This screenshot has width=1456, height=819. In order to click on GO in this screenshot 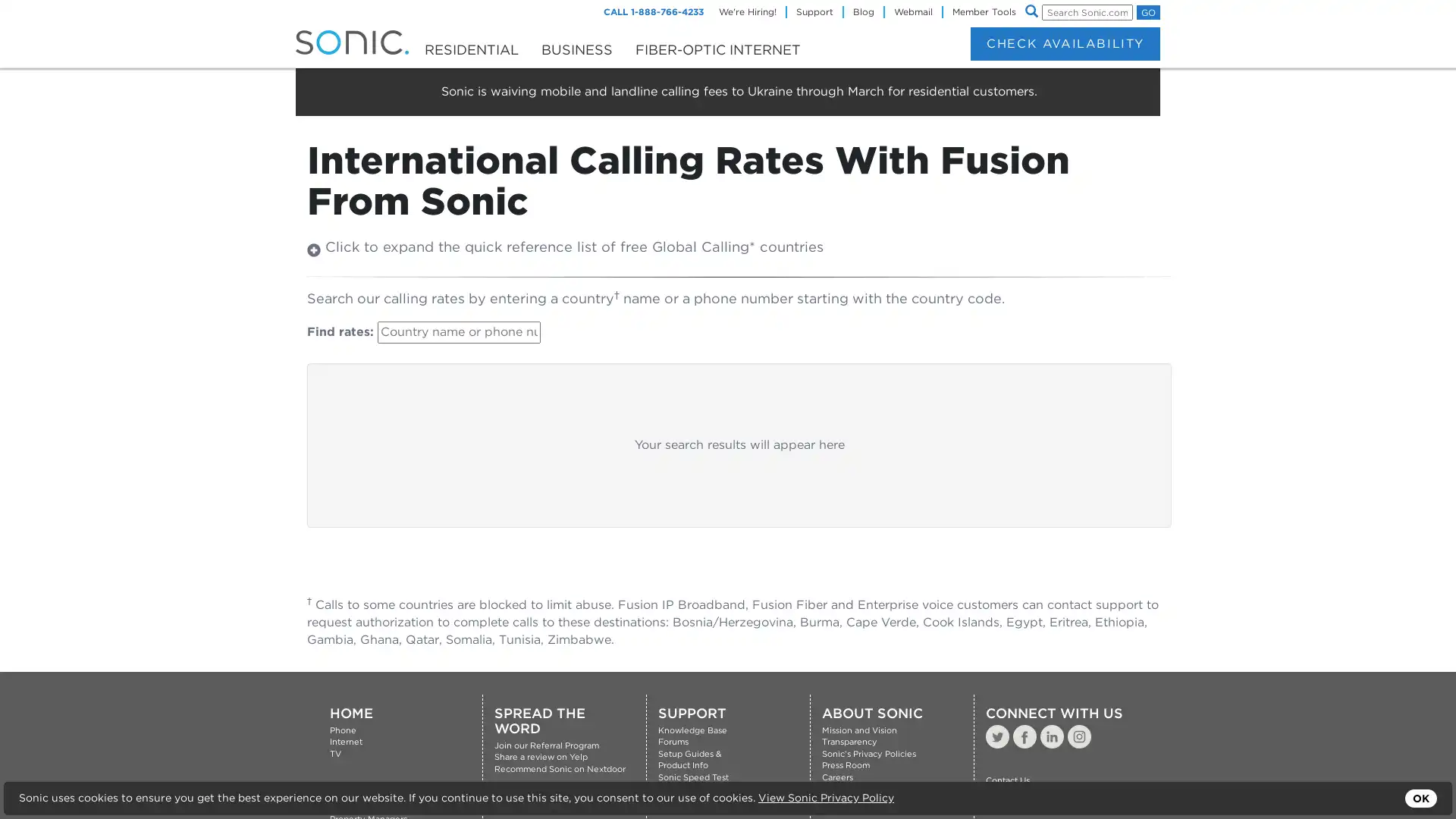, I will do `click(1148, 12)`.